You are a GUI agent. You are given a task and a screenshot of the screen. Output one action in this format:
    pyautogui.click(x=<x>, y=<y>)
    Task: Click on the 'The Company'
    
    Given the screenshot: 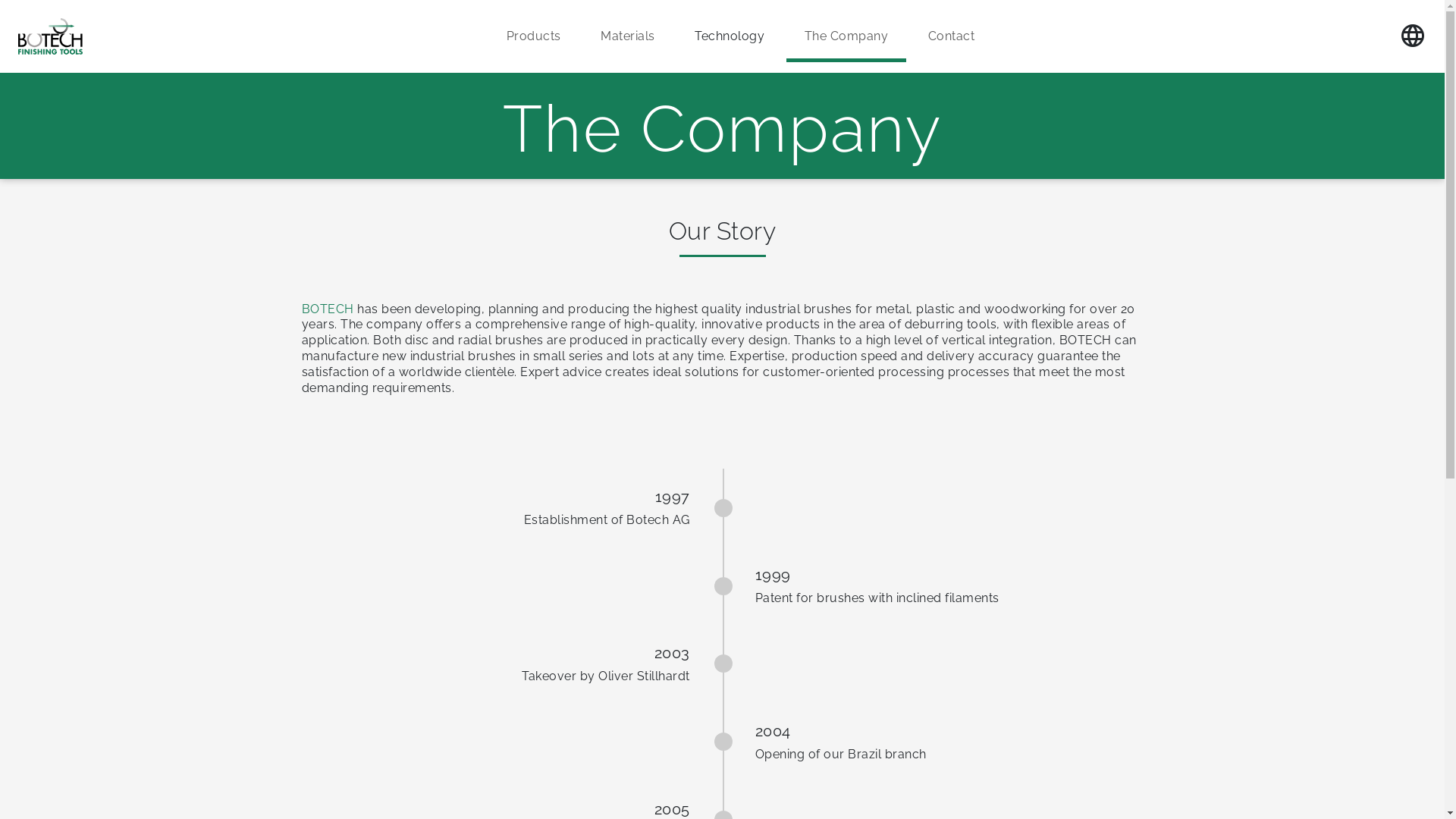 What is the action you would take?
    pyautogui.click(x=846, y=36)
    